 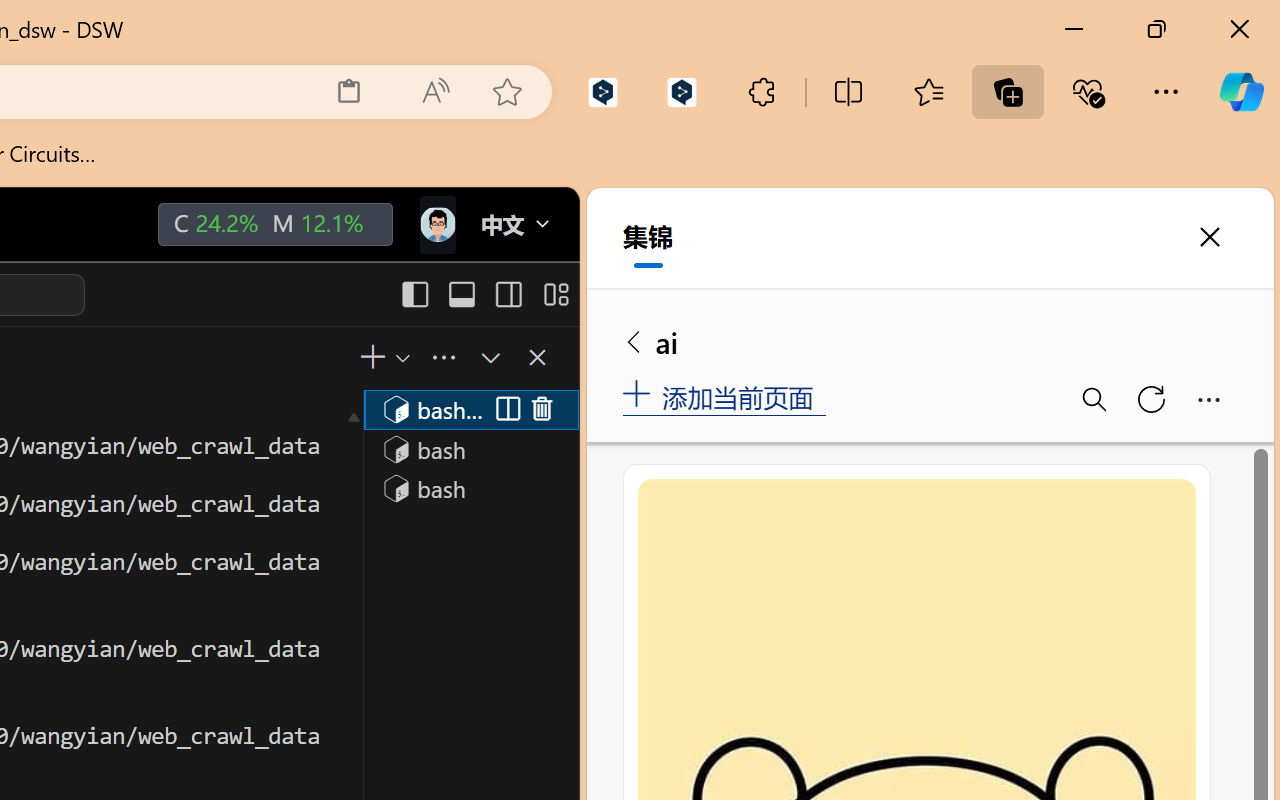 What do you see at coordinates (554, 294) in the screenshot?
I see `'Customize Layout...'` at bounding box center [554, 294].